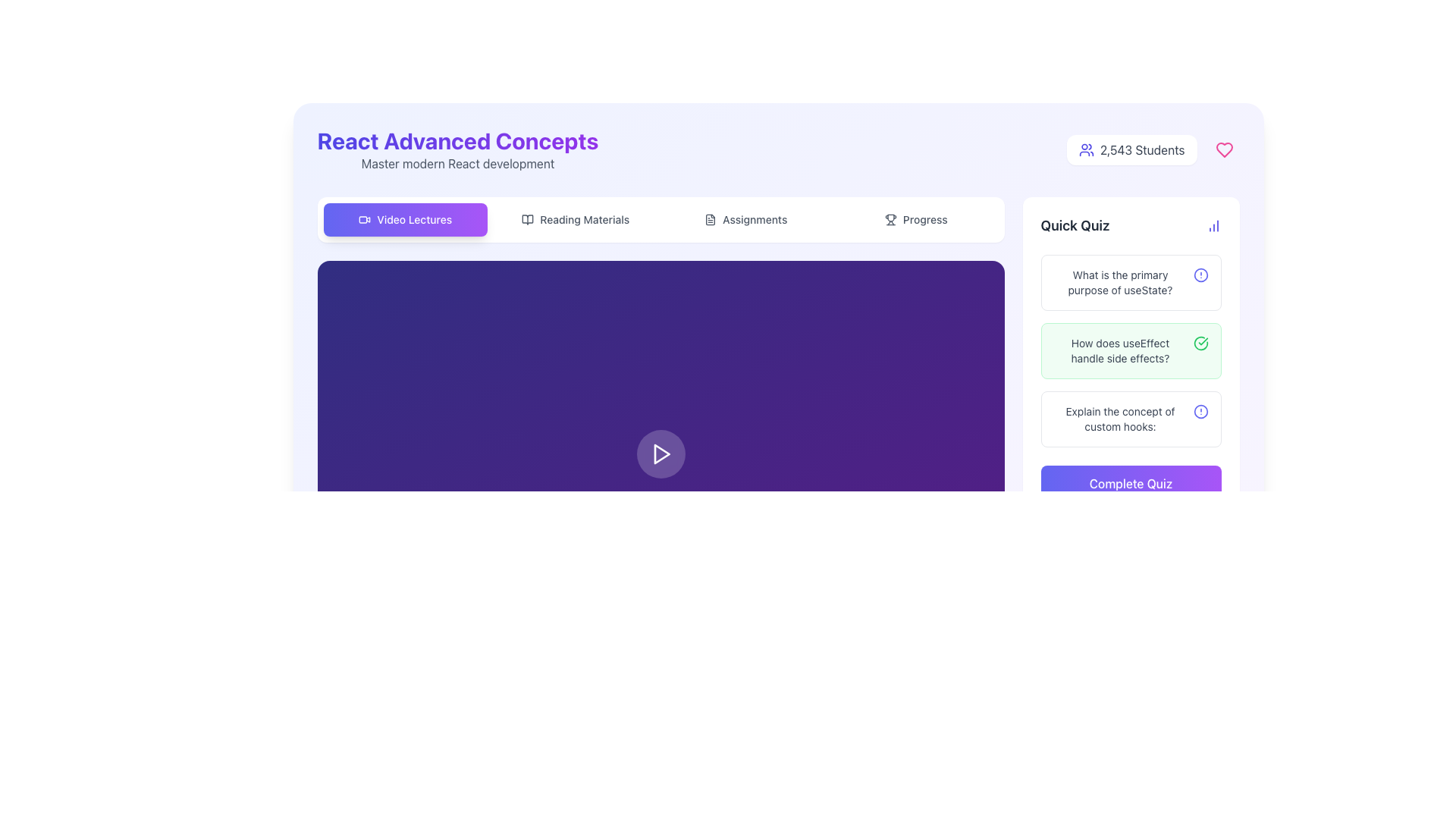 Image resolution: width=1456 pixels, height=819 pixels. What do you see at coordinates (1120, 419) in the screenshot?
I see `the Text label that presents a quiz question, located in the 'Quick Quiz' section, specifically the third item in a vertical list between 'How does useEffect handle side effects?' and 'Complete Quiz.'` at bounding box center [1120, 419].